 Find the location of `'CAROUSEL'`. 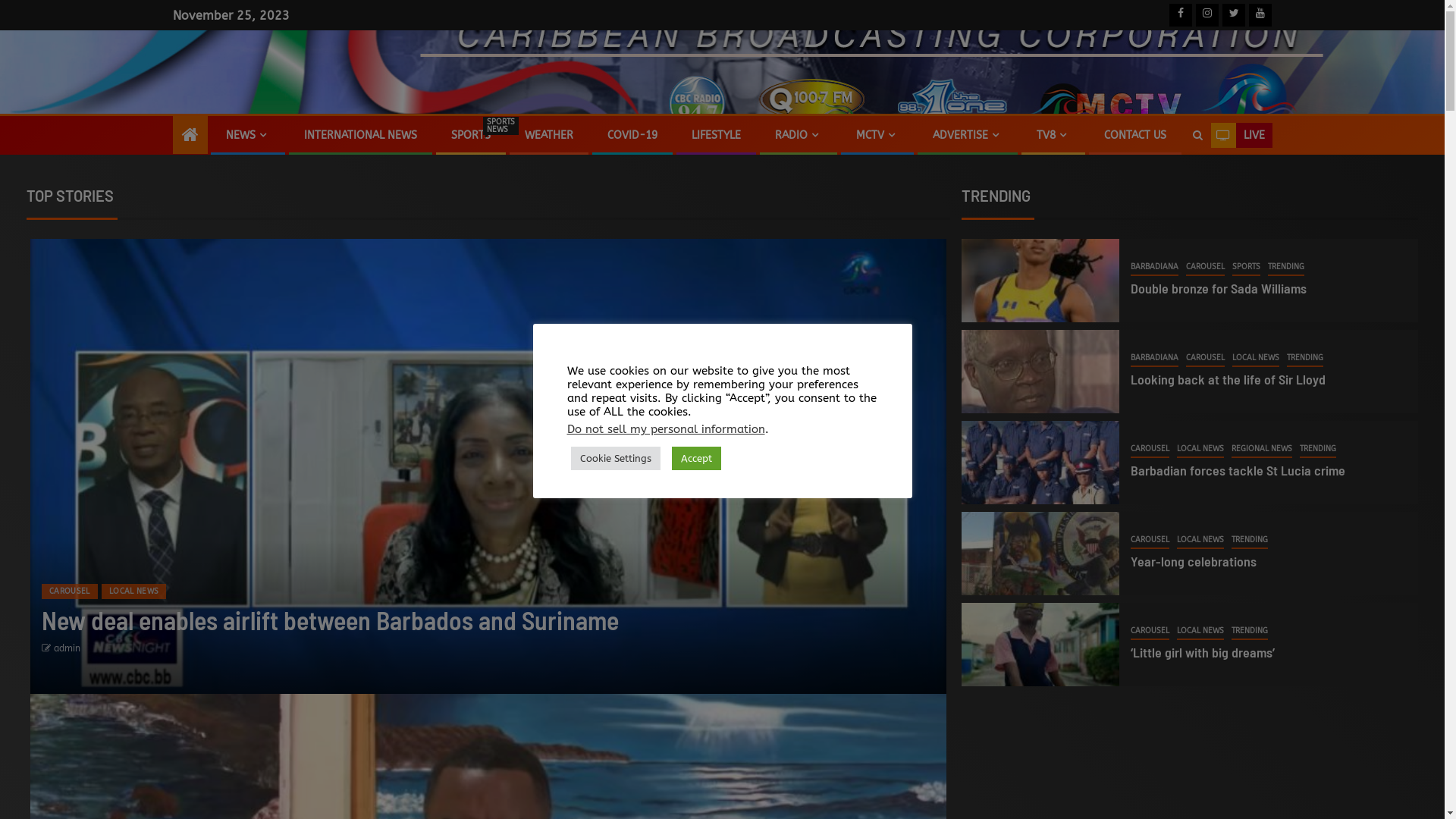

'CAROUSEL' is located at coordinates (1204, 267).